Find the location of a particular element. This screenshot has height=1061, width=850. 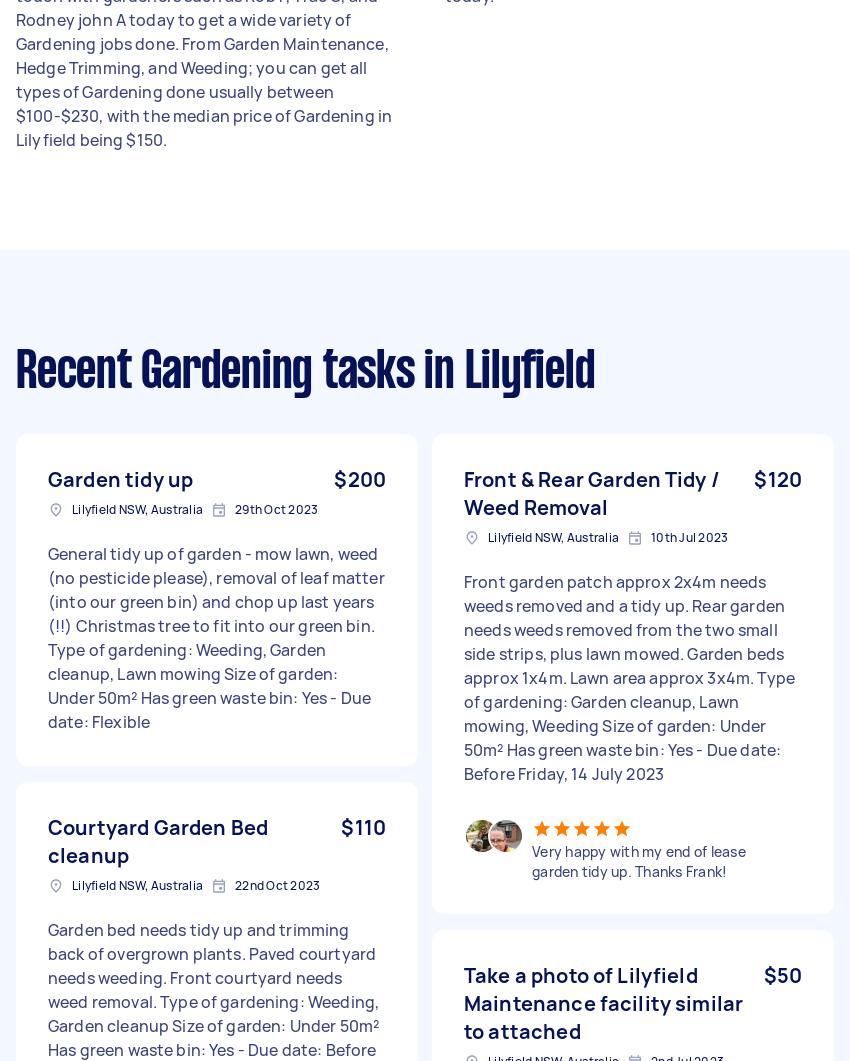

'Front garden patch approx 2x4m needs weeds removed and a tidy up.
Rear garden needs weeds removed from the two small side strips, plus lawn mowed. Garden beds approx 1x4m. Lawn area approx 3x4m.
Type of gardening: Garden cleanup, Lawn mowing, Weeding
Size of garden: Under 50m²
Has green waste bin: Yes

-
Due date: Before Friday, 14 July 2023' is located at coordinates (628, 676).